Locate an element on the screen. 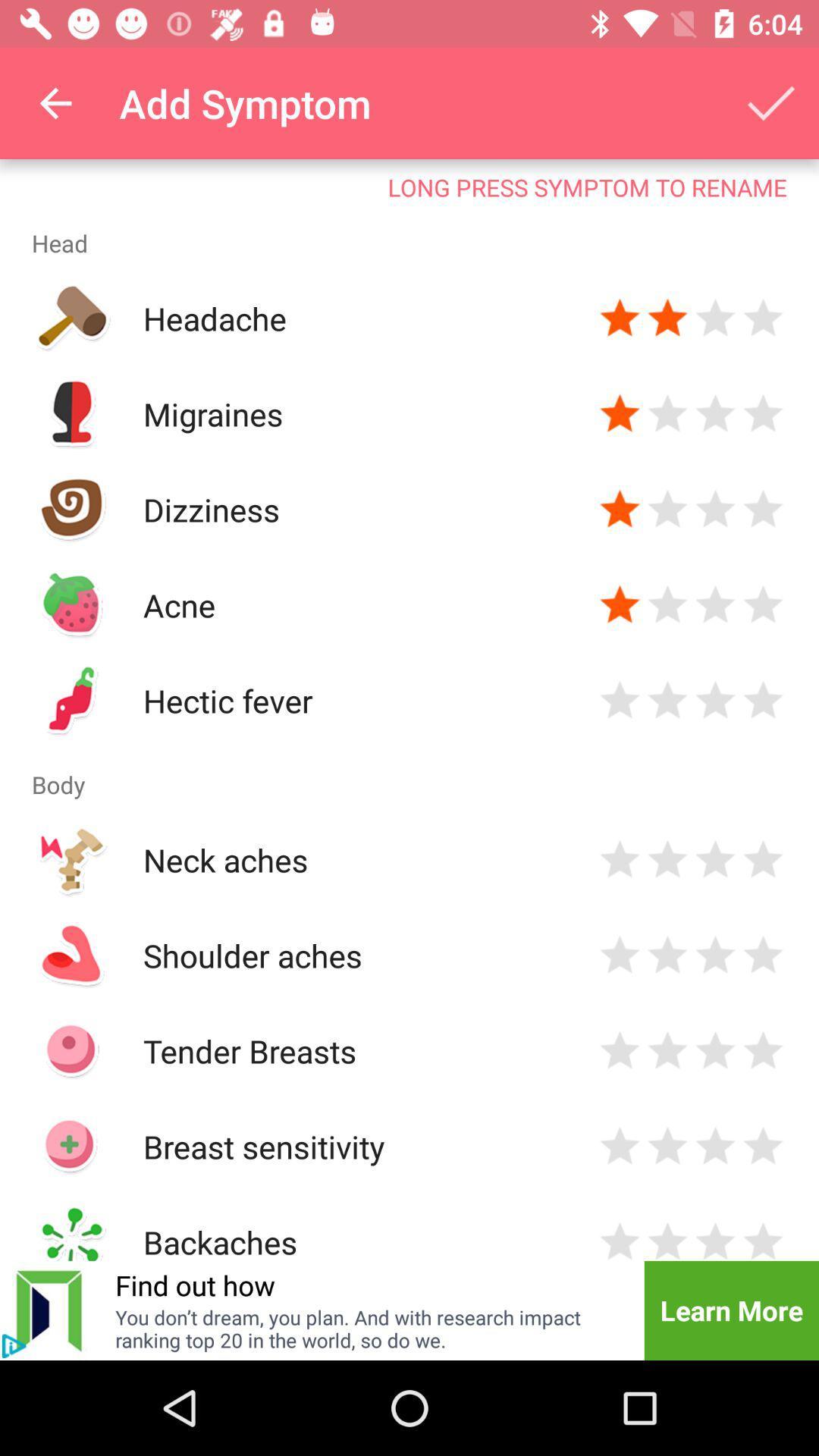 The width and height of the screenshot is (819, 1456). star rating is located at coordinates (763, 1050).